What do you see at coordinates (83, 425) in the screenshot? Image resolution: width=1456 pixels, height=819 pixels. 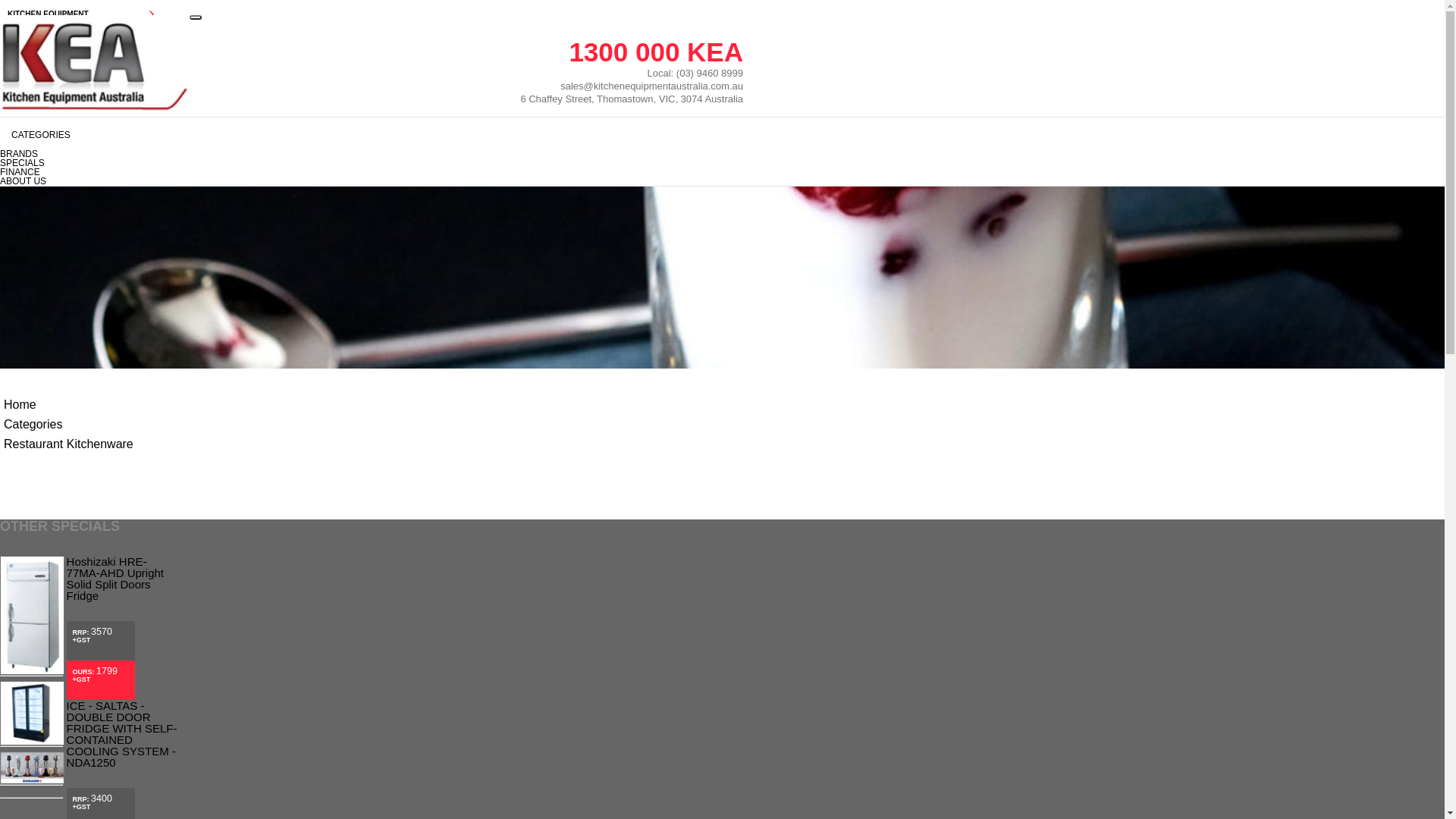 I see `'GREASE TRAPS'` at bounding box center [83, 425].